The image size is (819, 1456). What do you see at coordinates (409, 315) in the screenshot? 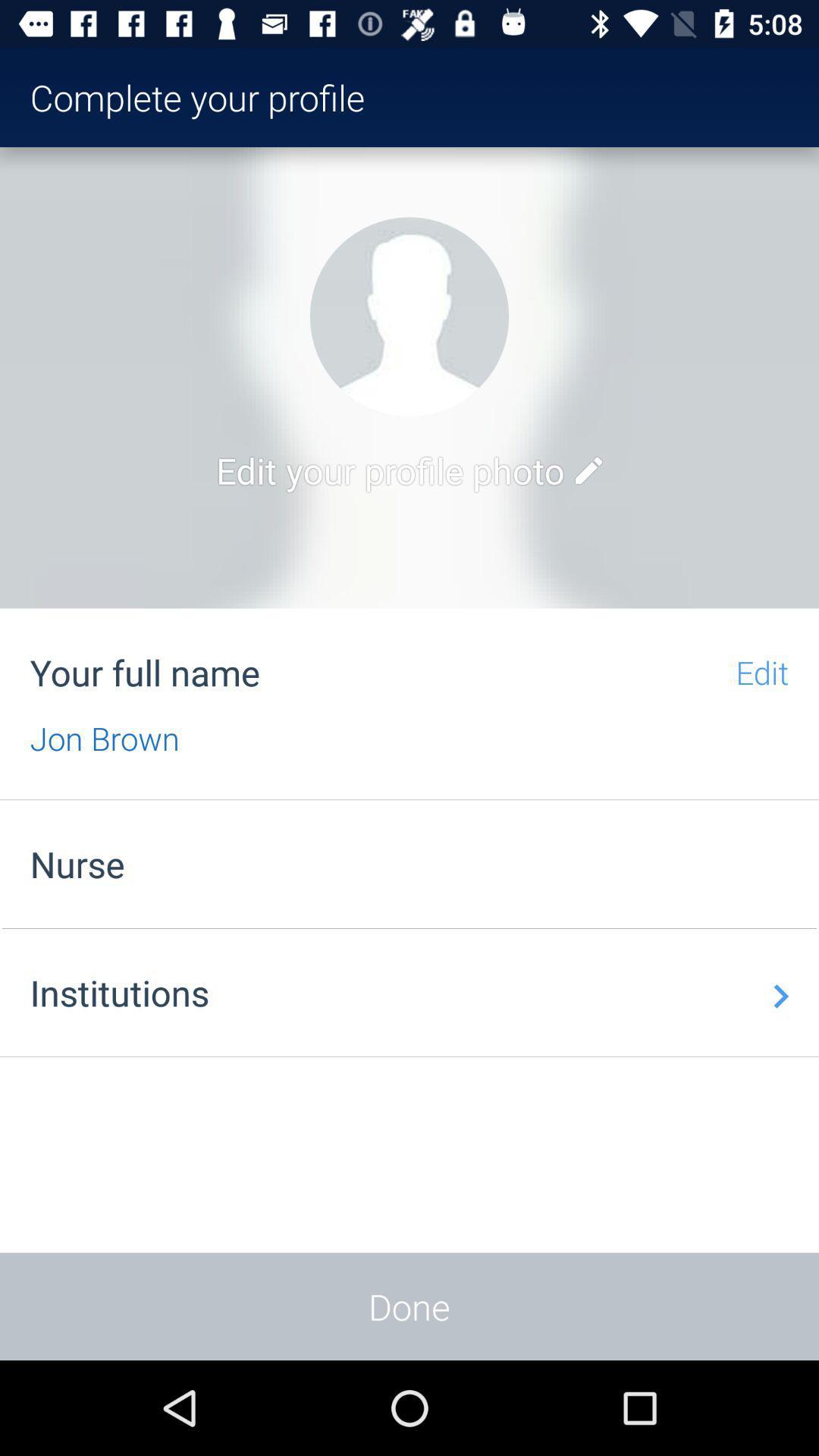
I see `the icon above edit your profile photo` at bounding box center [409, 315].